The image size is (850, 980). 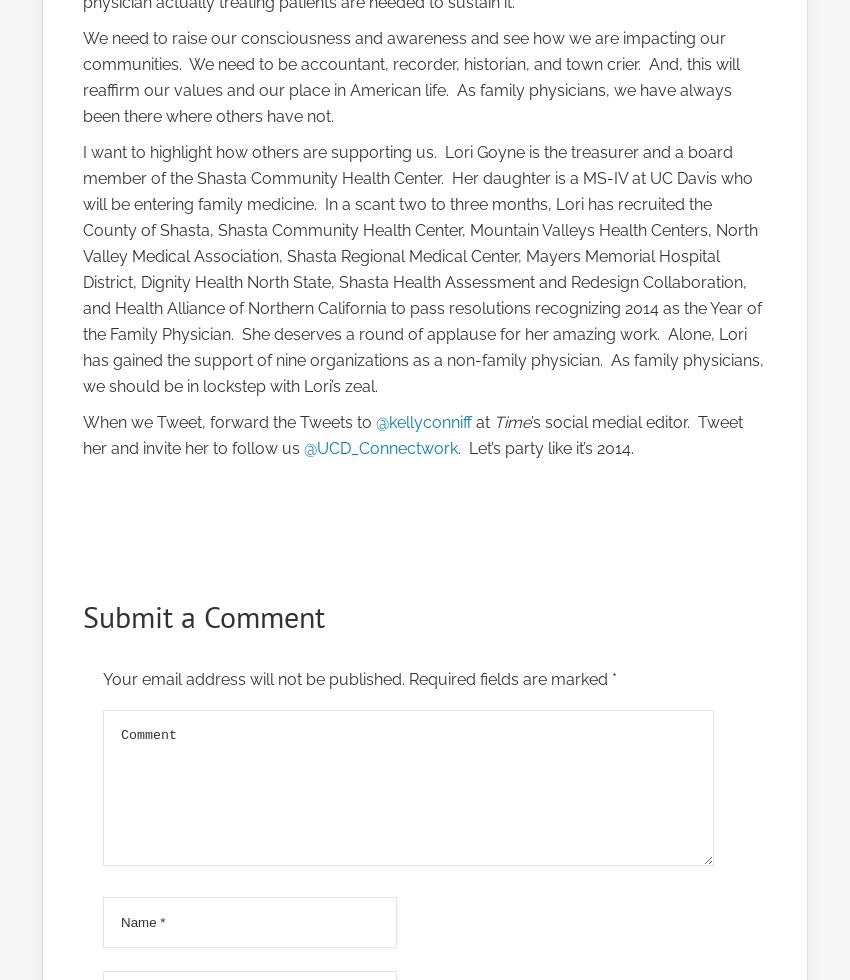 I want to click on 'at', so click(x=482, y=422).